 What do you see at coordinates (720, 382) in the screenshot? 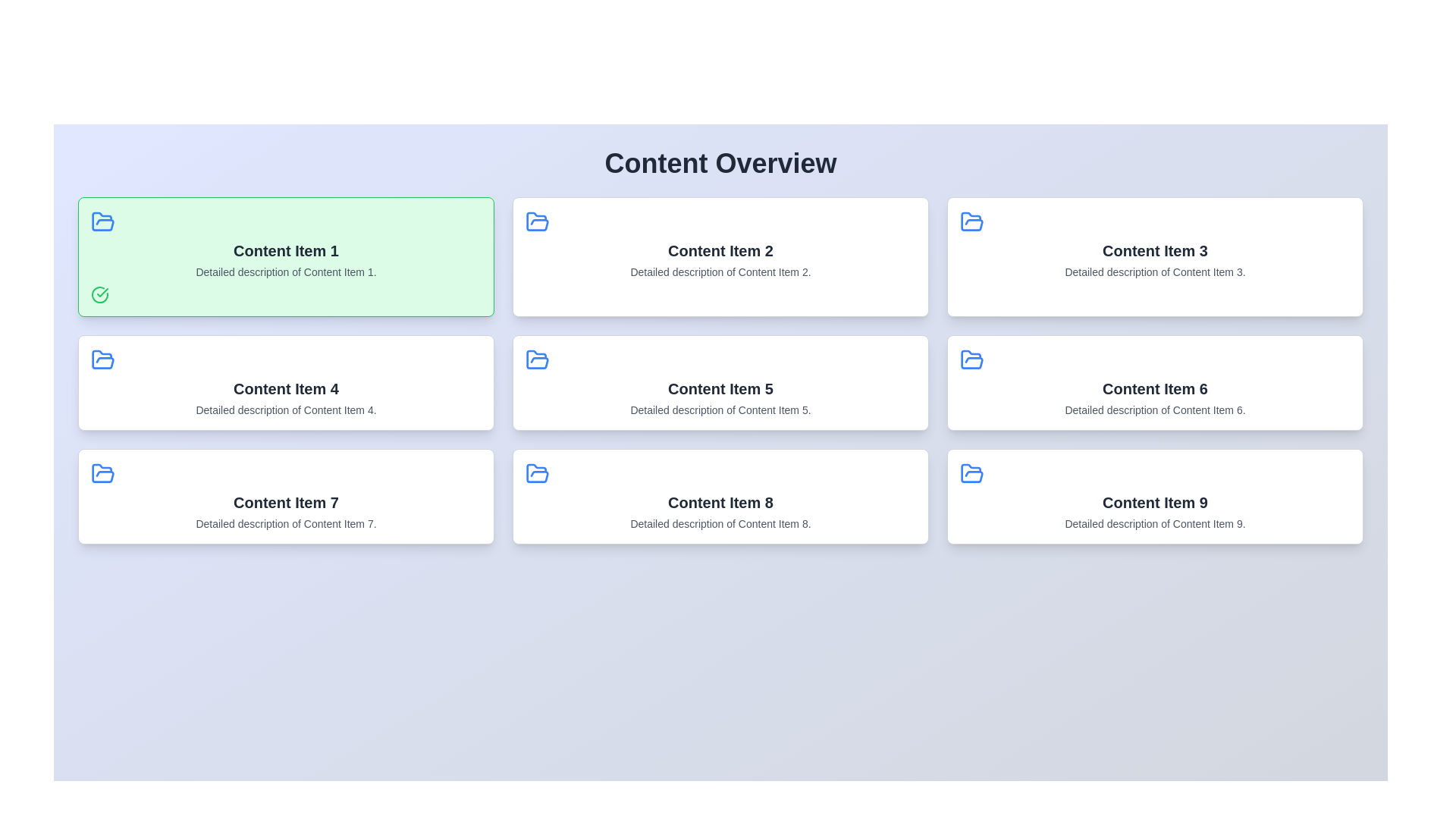
I see `the card representing 'Content Item 5', which is the fifth card in a 3x3 grid layout, located in the middle row, center column` at bounding box center [720, 382].